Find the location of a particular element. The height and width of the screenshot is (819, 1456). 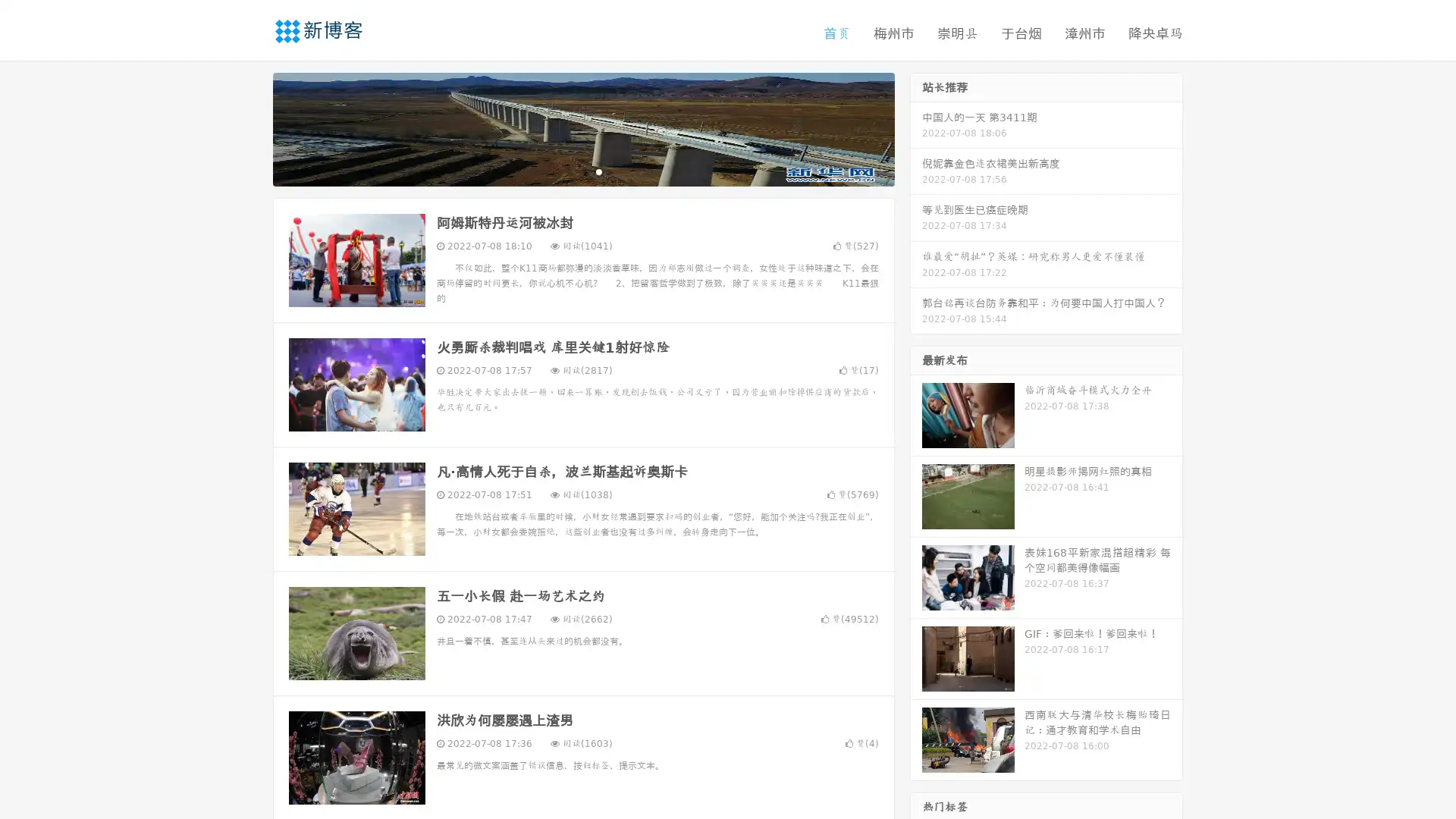

Go to slide 3 is located at coordinates (598, 171).